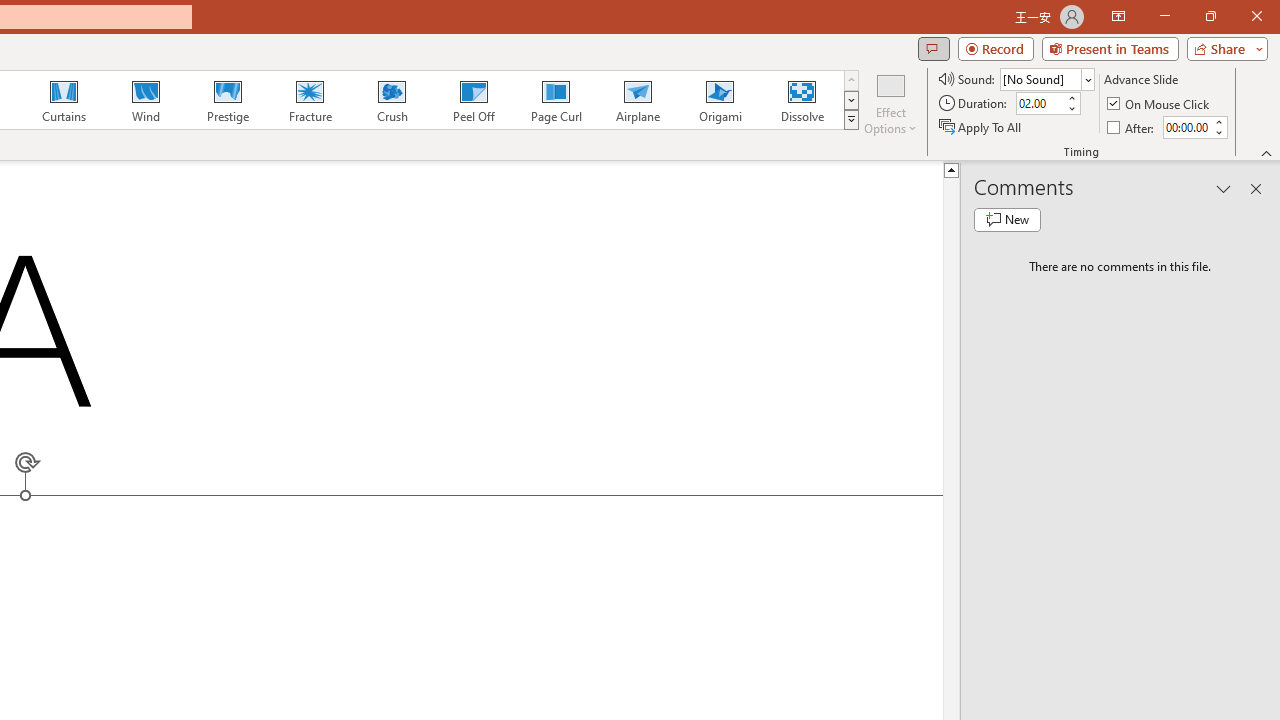 The height and width of the screenshot is (720, 1280). What do you see at coordinates (1007, 219) in the screenshot?
I see `'New comment'` at bounding box center [1007, 219].